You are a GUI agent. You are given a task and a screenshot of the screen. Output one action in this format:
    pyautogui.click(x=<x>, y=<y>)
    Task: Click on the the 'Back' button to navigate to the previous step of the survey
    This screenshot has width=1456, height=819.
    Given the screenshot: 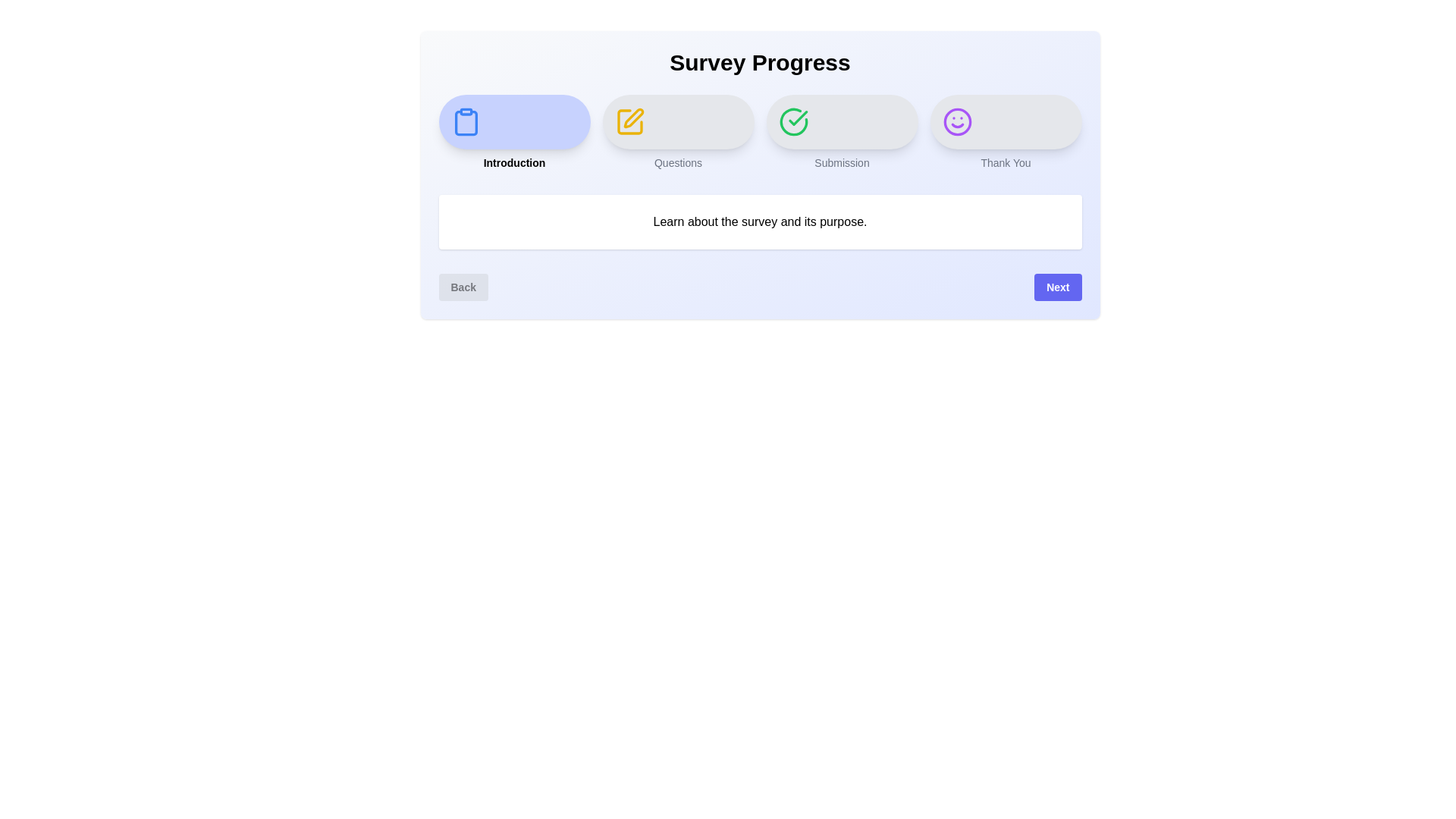 What is the action you would take?
    pyautogui.click(x=462, y=287)
    